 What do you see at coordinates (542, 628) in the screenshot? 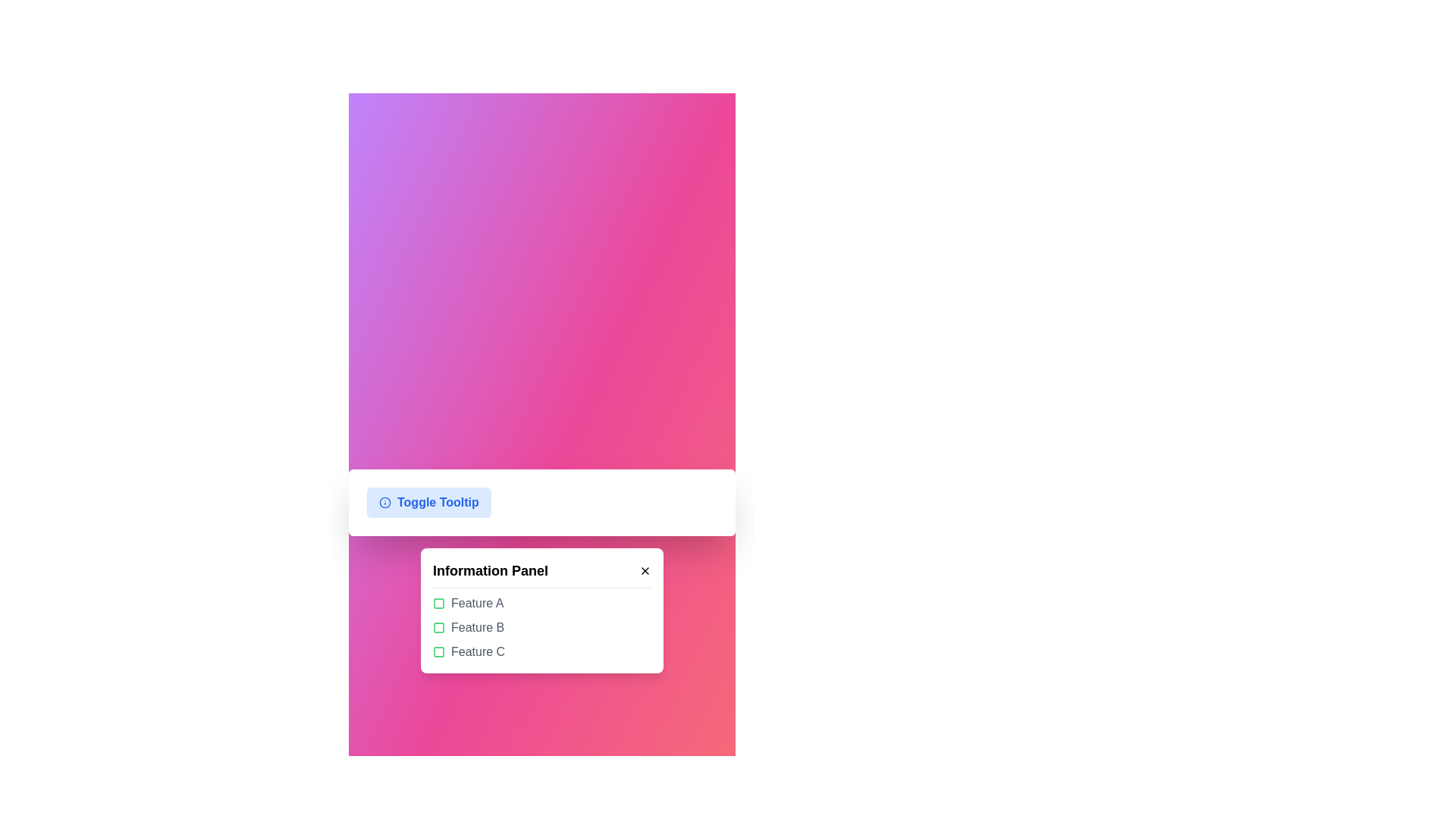
I see `the status of the second item in the 'Information Panel' which displays a list of features or options` at bounding box center [542, 628].